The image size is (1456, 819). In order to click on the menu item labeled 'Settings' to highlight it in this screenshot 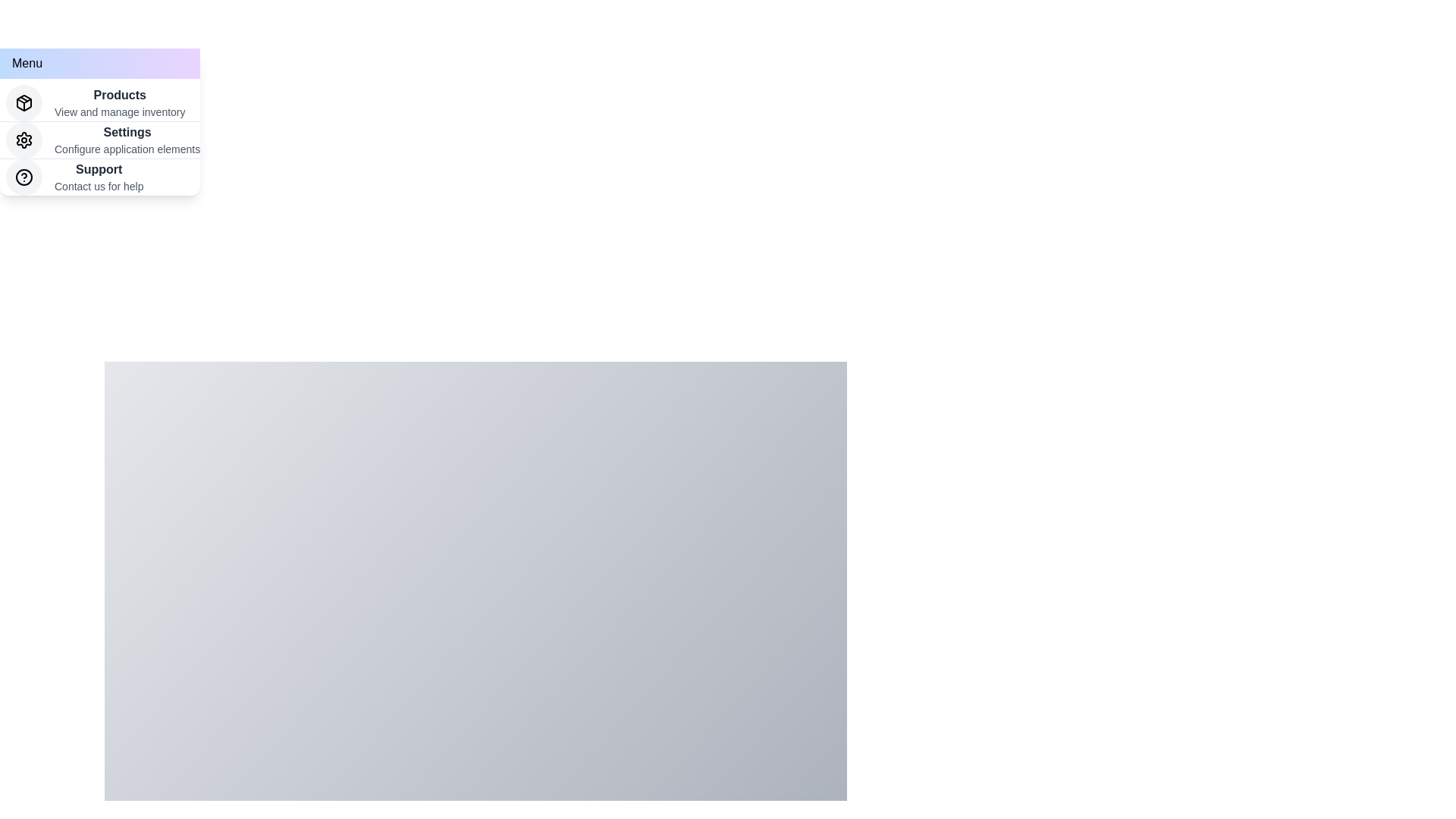, I will do `click(99, 140)`.